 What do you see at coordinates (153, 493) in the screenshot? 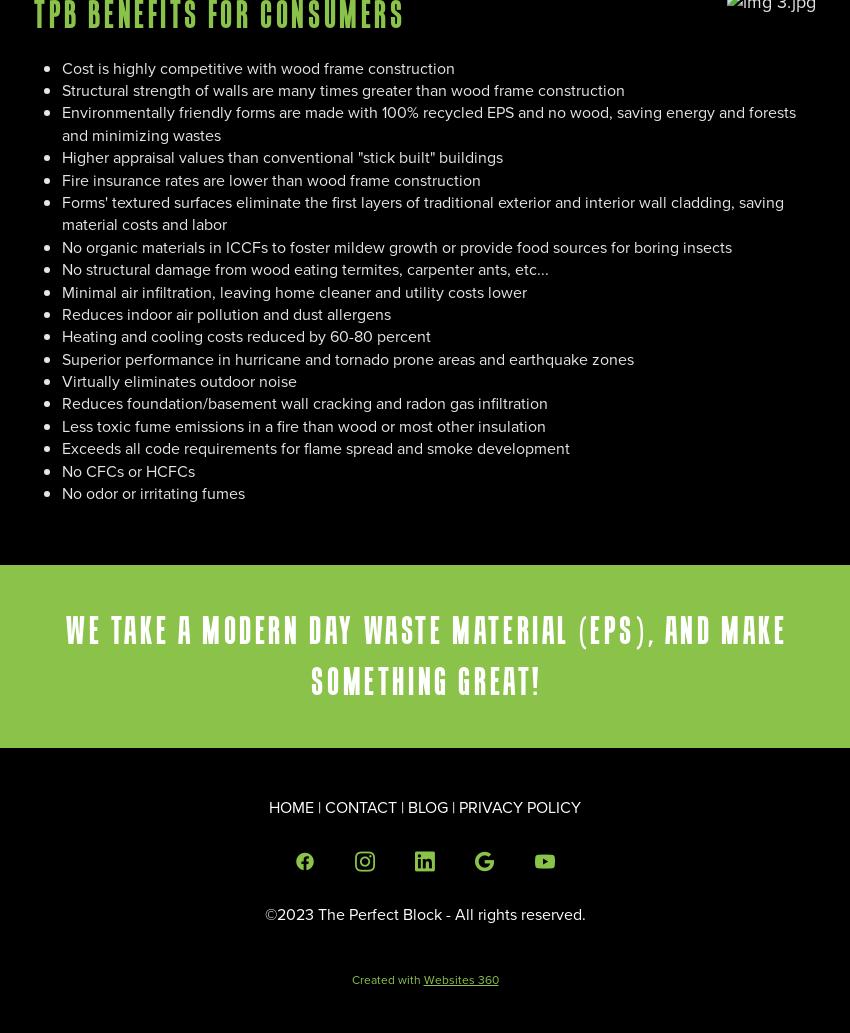
I see `'No odor or irritating fumes'` at bounding box center [153, 493].